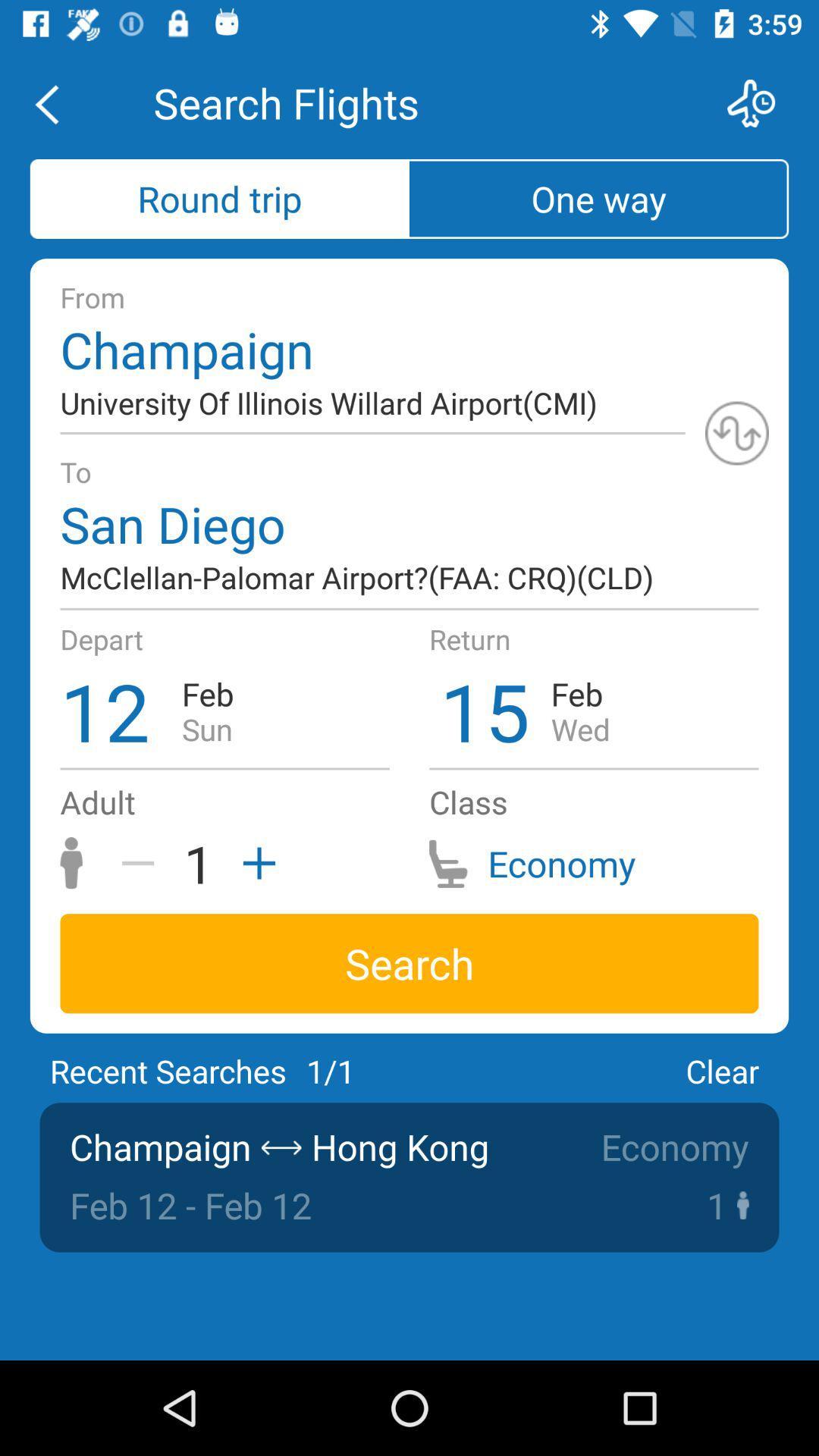  I want to click on decrease number of adults, so click(143, 863).